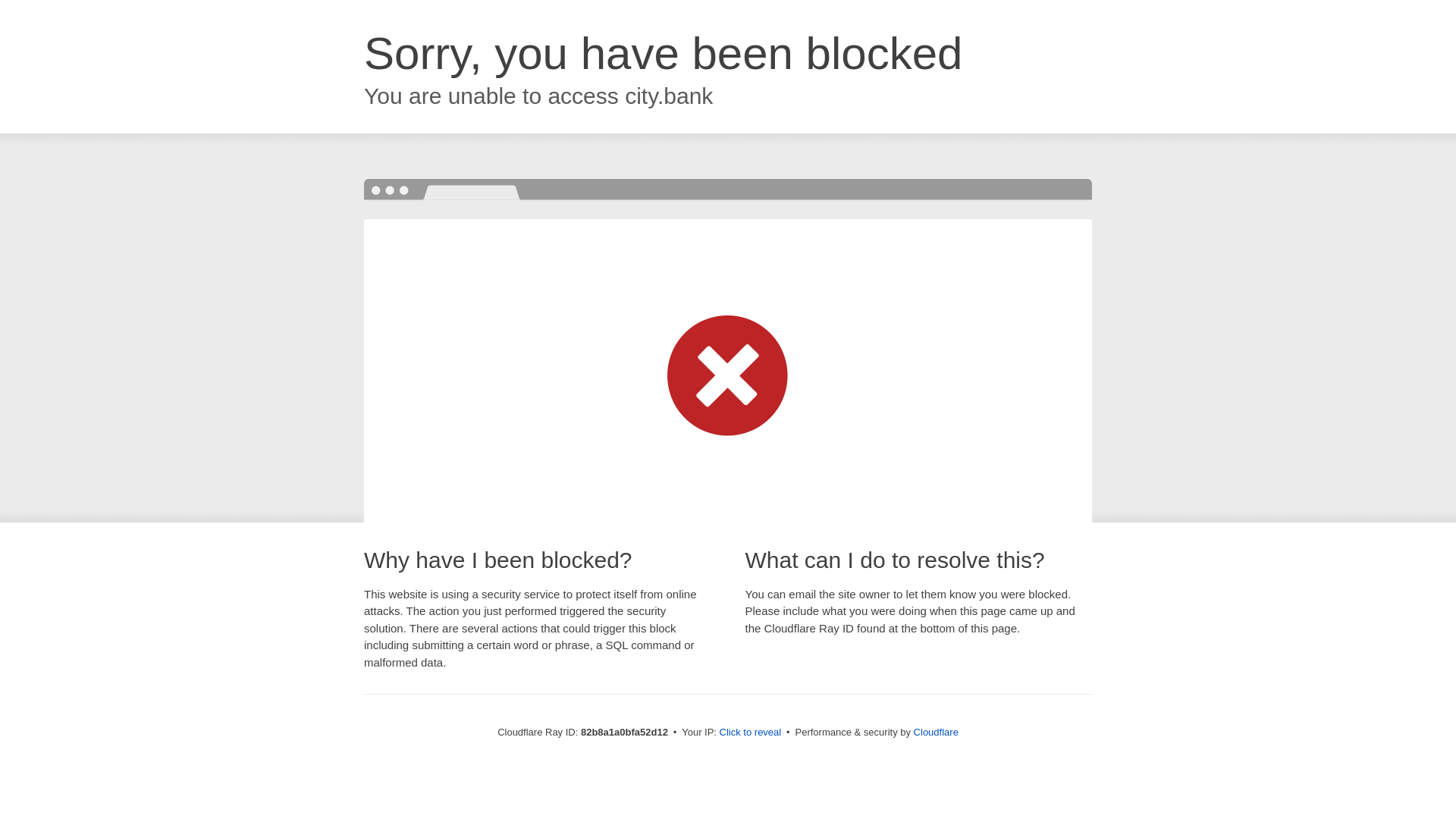  Describe the element at coordinates (750, 731) in the screenshot. I see `'Click to reveal'` at that location.